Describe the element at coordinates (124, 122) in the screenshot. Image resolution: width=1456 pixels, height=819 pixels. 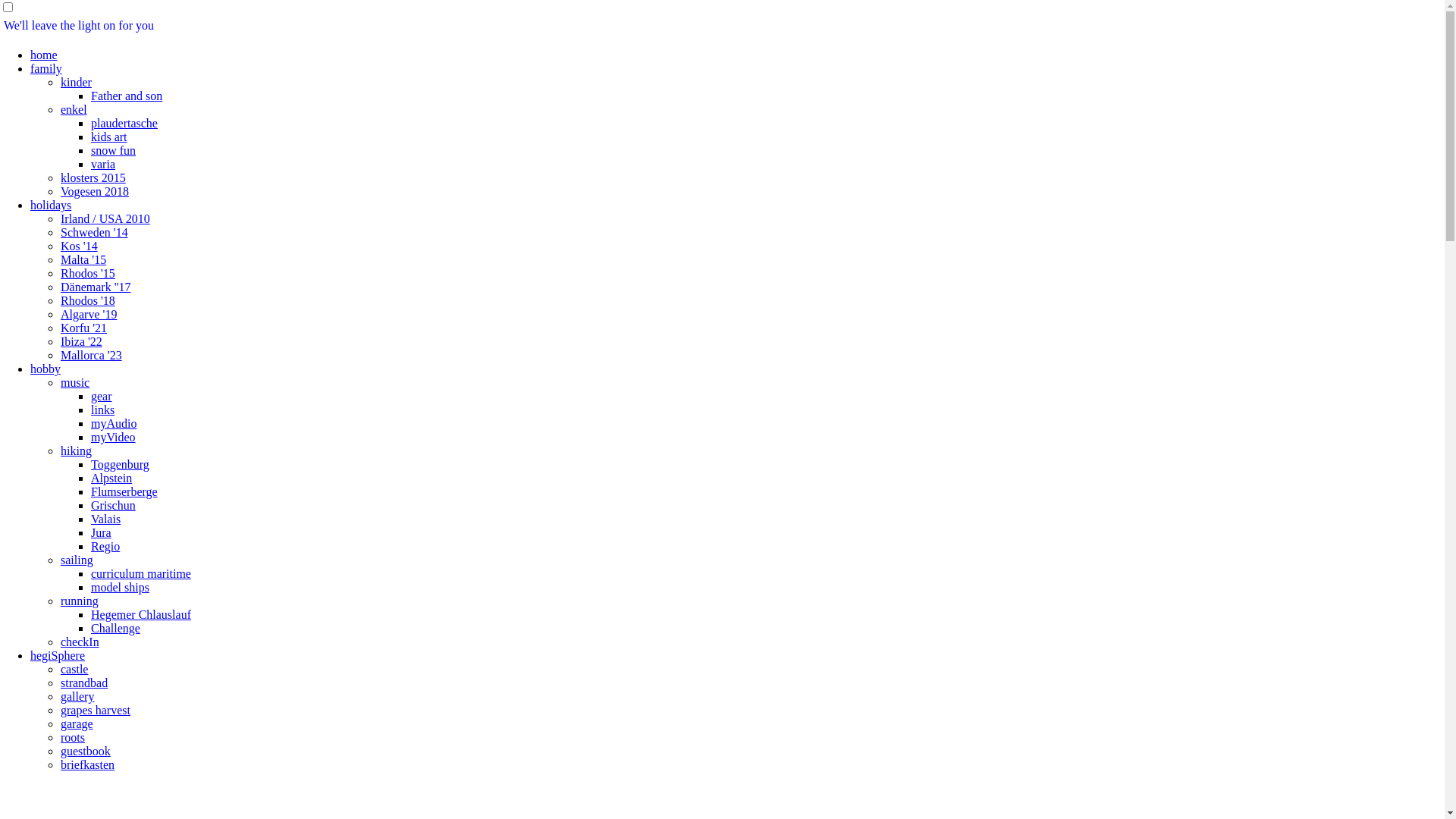
I see `'plaudertasche'` at that location.